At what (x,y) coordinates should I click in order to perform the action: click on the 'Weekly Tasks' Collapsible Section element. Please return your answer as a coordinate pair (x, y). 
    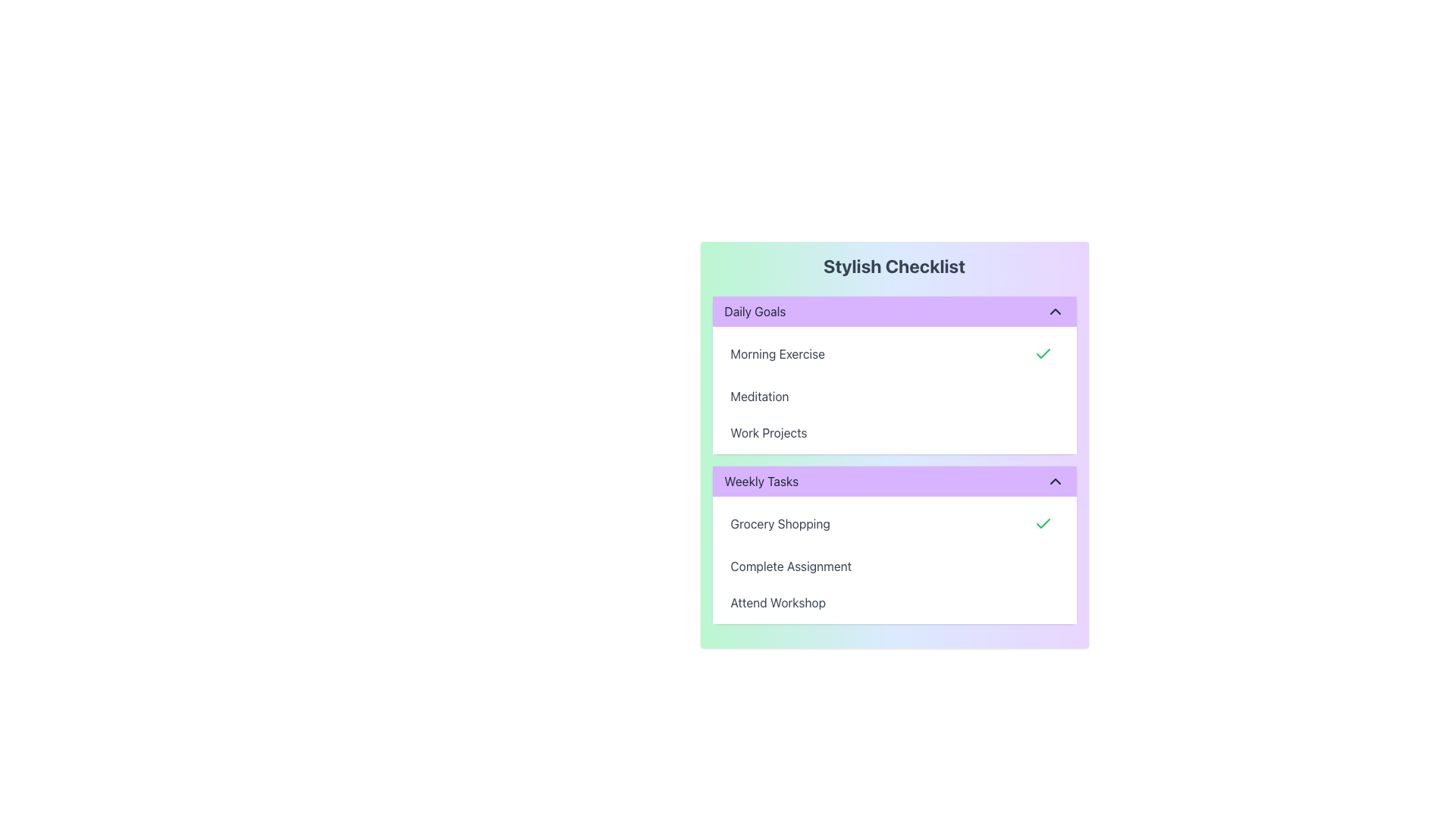
    Looking at the image, I should click on (894, 459).